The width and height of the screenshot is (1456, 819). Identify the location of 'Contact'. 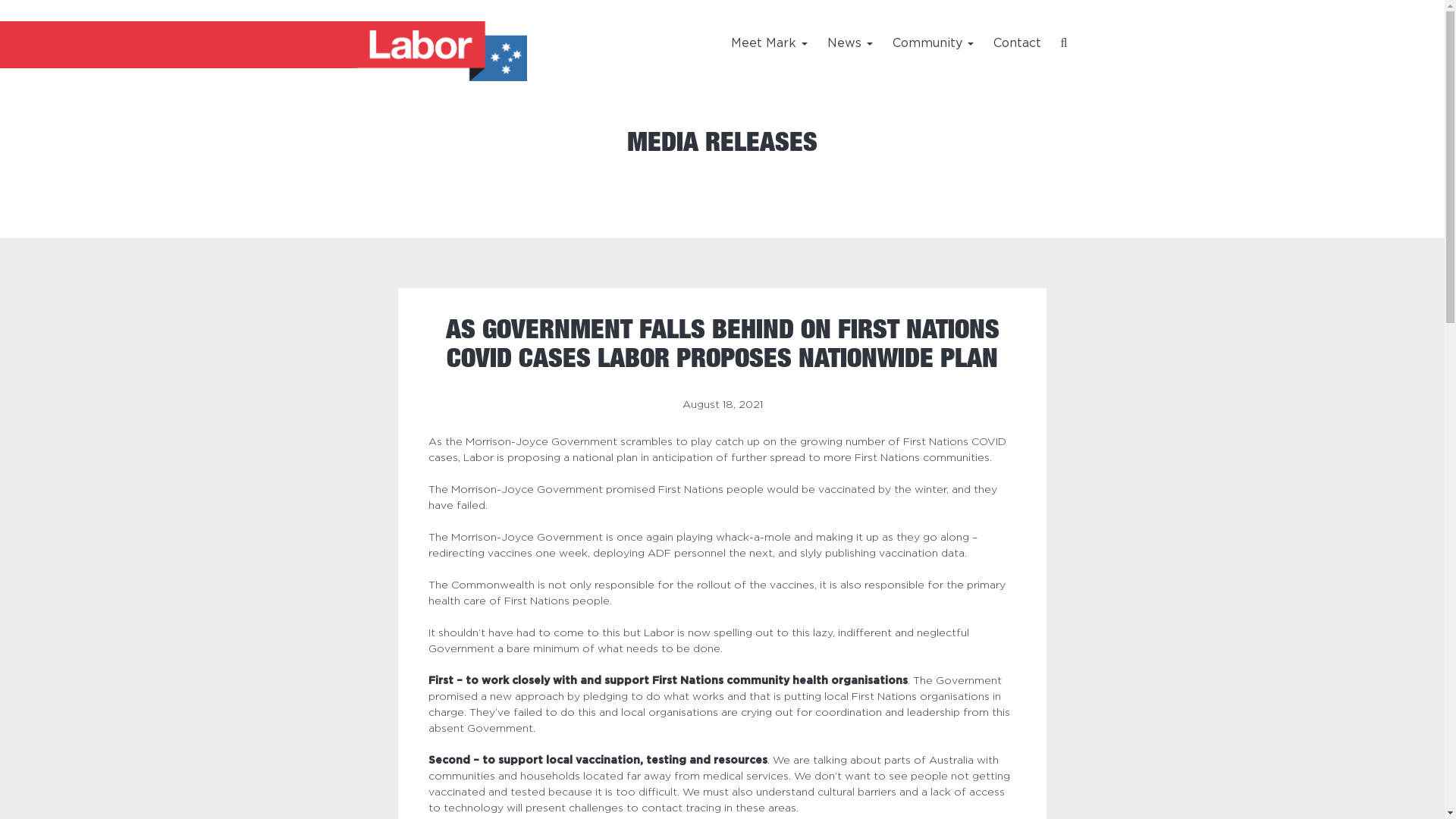
(1017, 42).